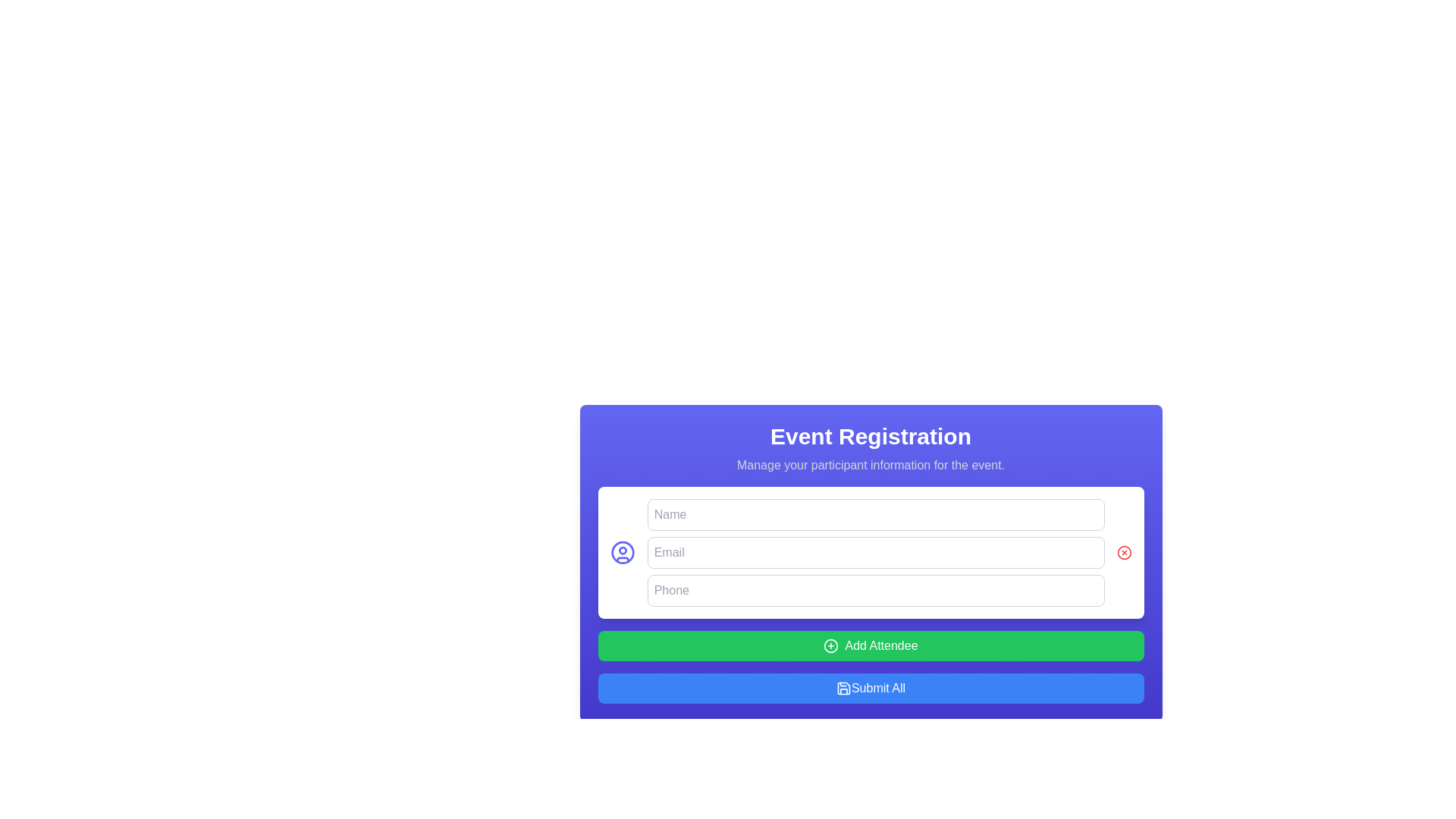  Describe the element at coordinates (871, 688) in the screenshot. I see `the button designed to submit all data in the 'Event Registration' card, located below the 'Add Attendee' button` at that location.